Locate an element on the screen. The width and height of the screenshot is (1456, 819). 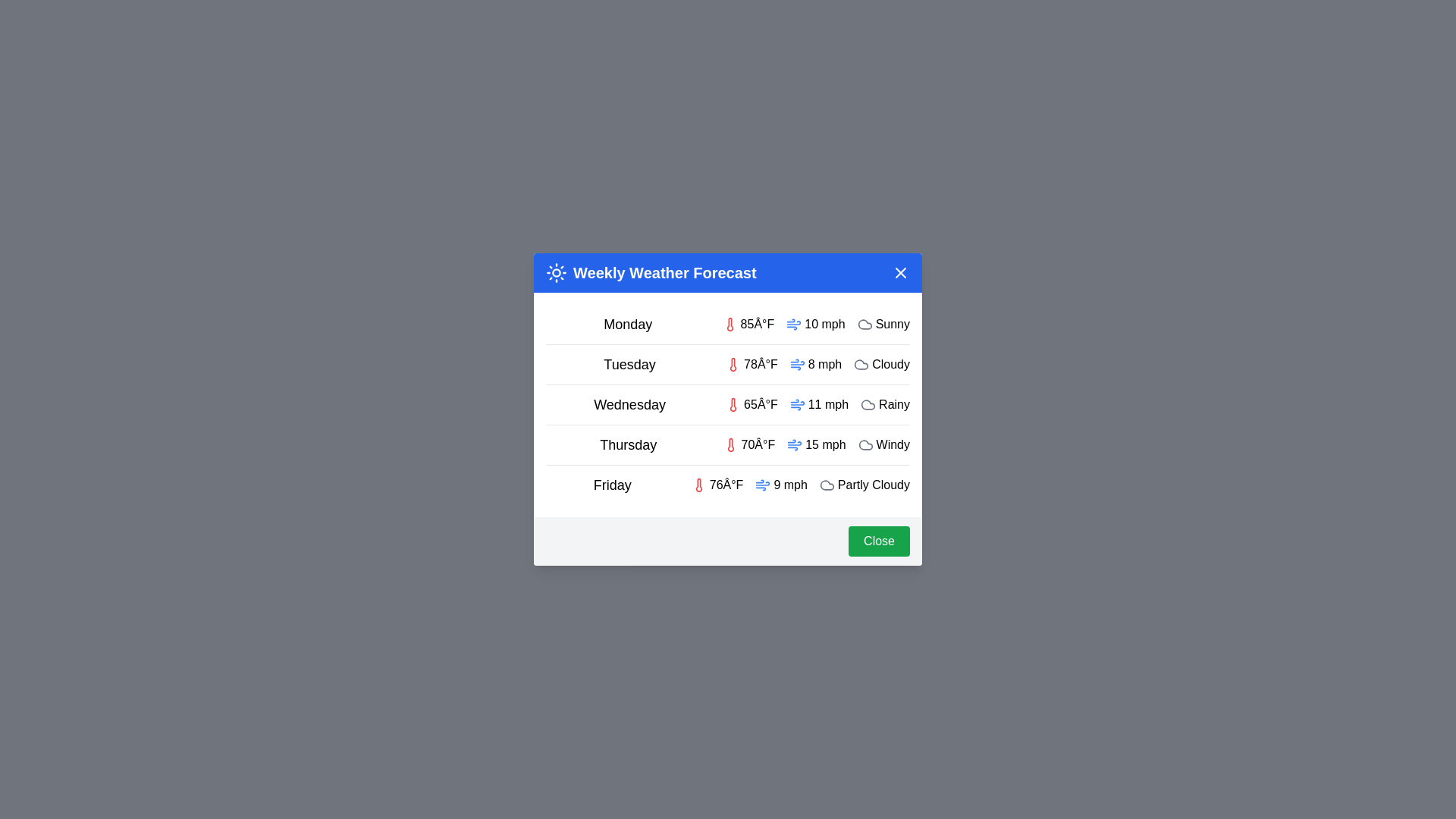
the weather details for Monday is located at coordinates (728, 324).